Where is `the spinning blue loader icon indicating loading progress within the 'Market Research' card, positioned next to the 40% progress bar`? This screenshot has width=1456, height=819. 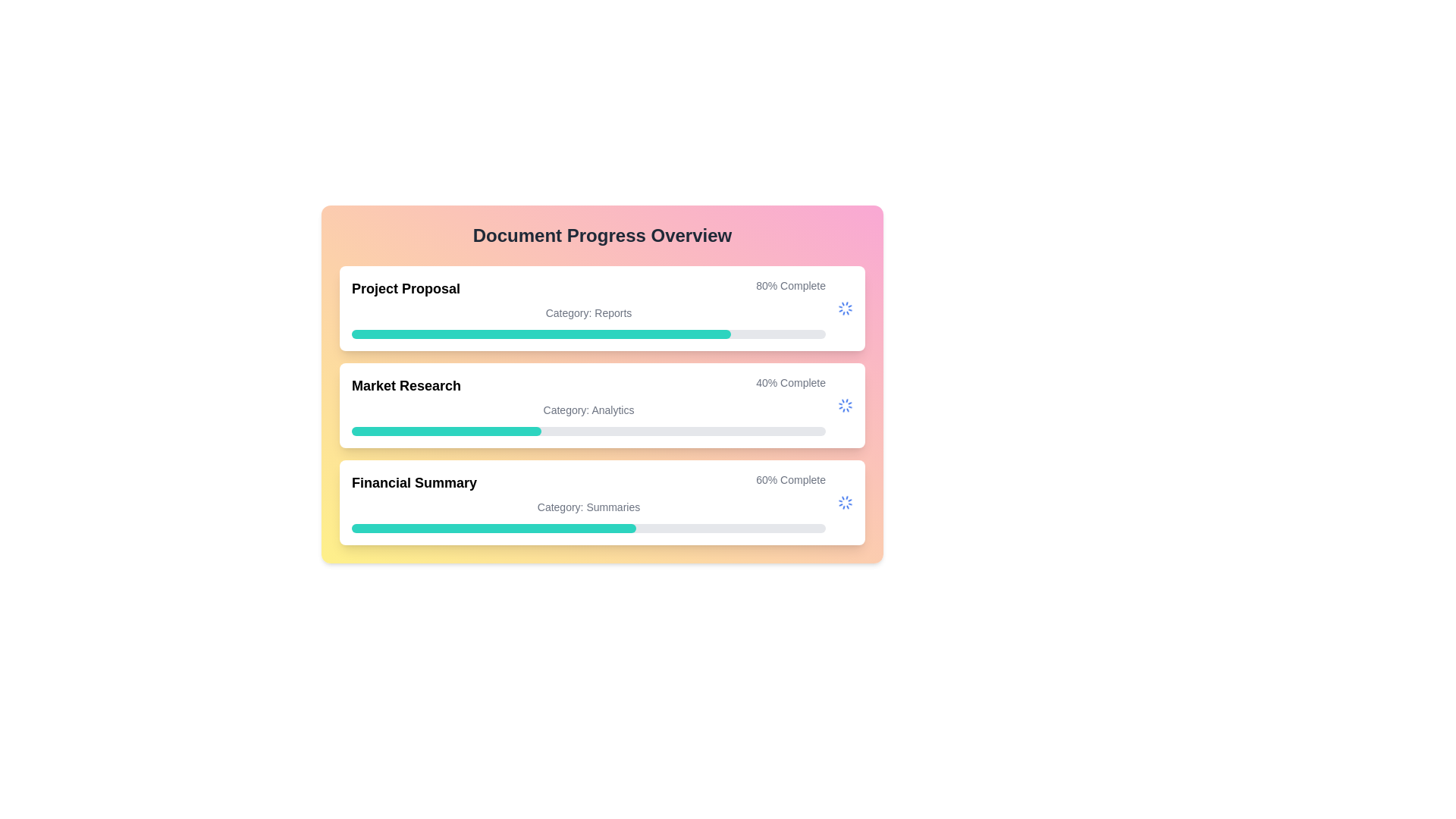 the spinning blue loader icon indicating loading progress within the 'Market Research' card, positioned next to the 40% progress bar is located at coordinates (844, 405).